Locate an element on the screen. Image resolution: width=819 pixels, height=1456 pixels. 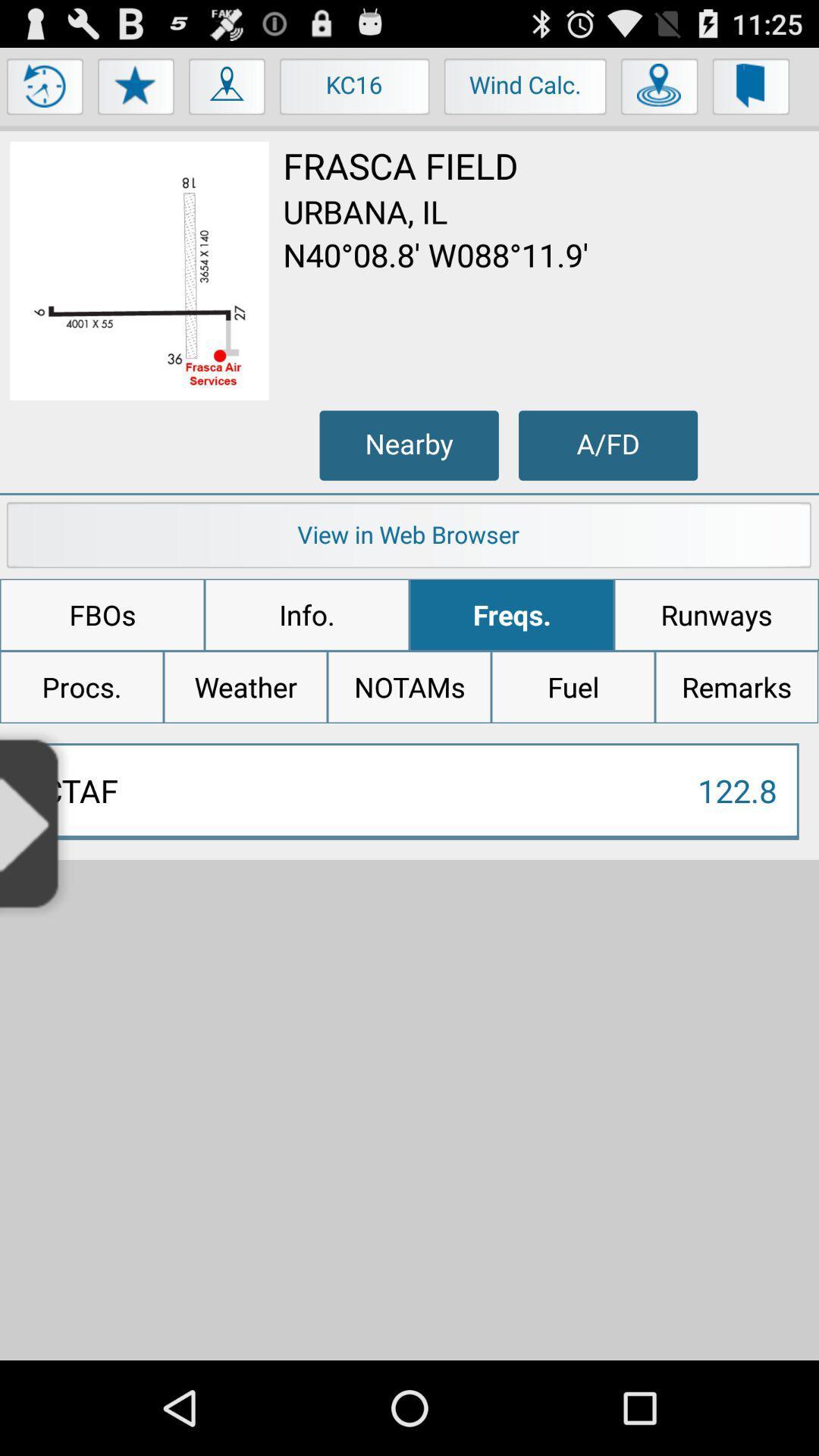
the button next to the kc16 icon is located at coordinates (227, 89).